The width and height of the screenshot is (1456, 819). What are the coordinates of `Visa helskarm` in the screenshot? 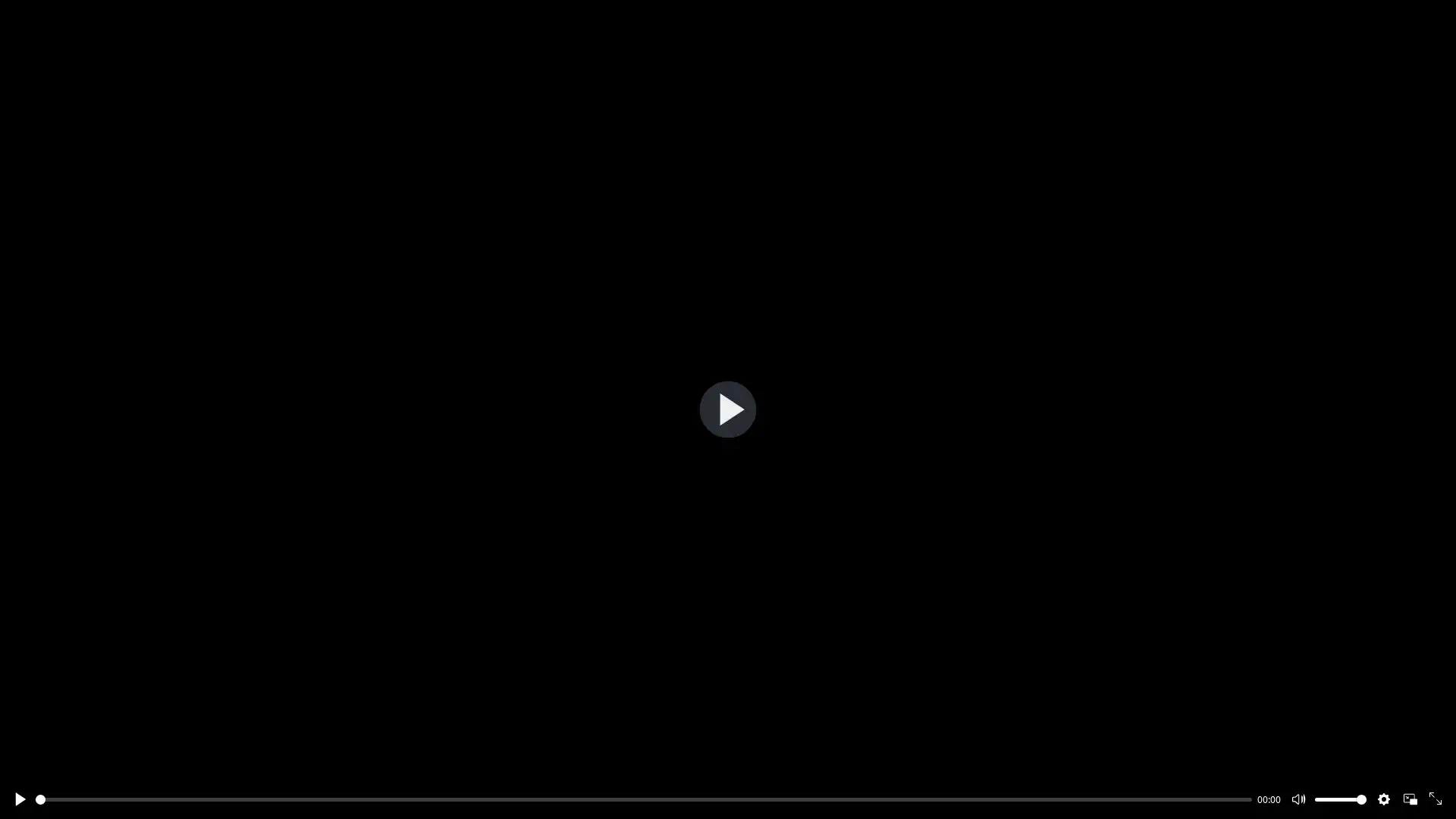 It's located at (1436, 798).